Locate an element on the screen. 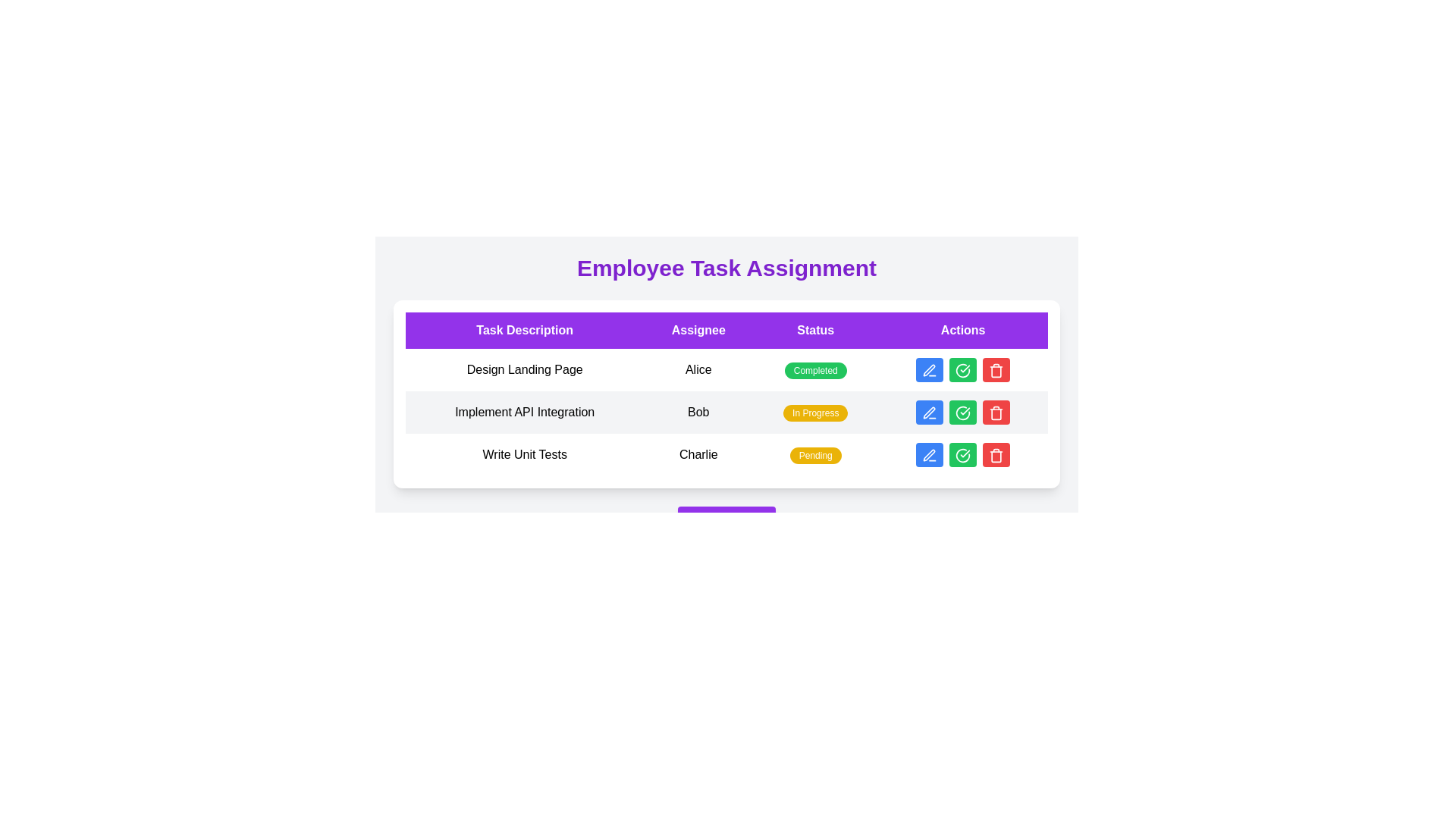  the blue square icon with a pen graphic in the 'Actions' column of the second row associated with the task 'Implement API Integration' is located at coordinates (928, 413).